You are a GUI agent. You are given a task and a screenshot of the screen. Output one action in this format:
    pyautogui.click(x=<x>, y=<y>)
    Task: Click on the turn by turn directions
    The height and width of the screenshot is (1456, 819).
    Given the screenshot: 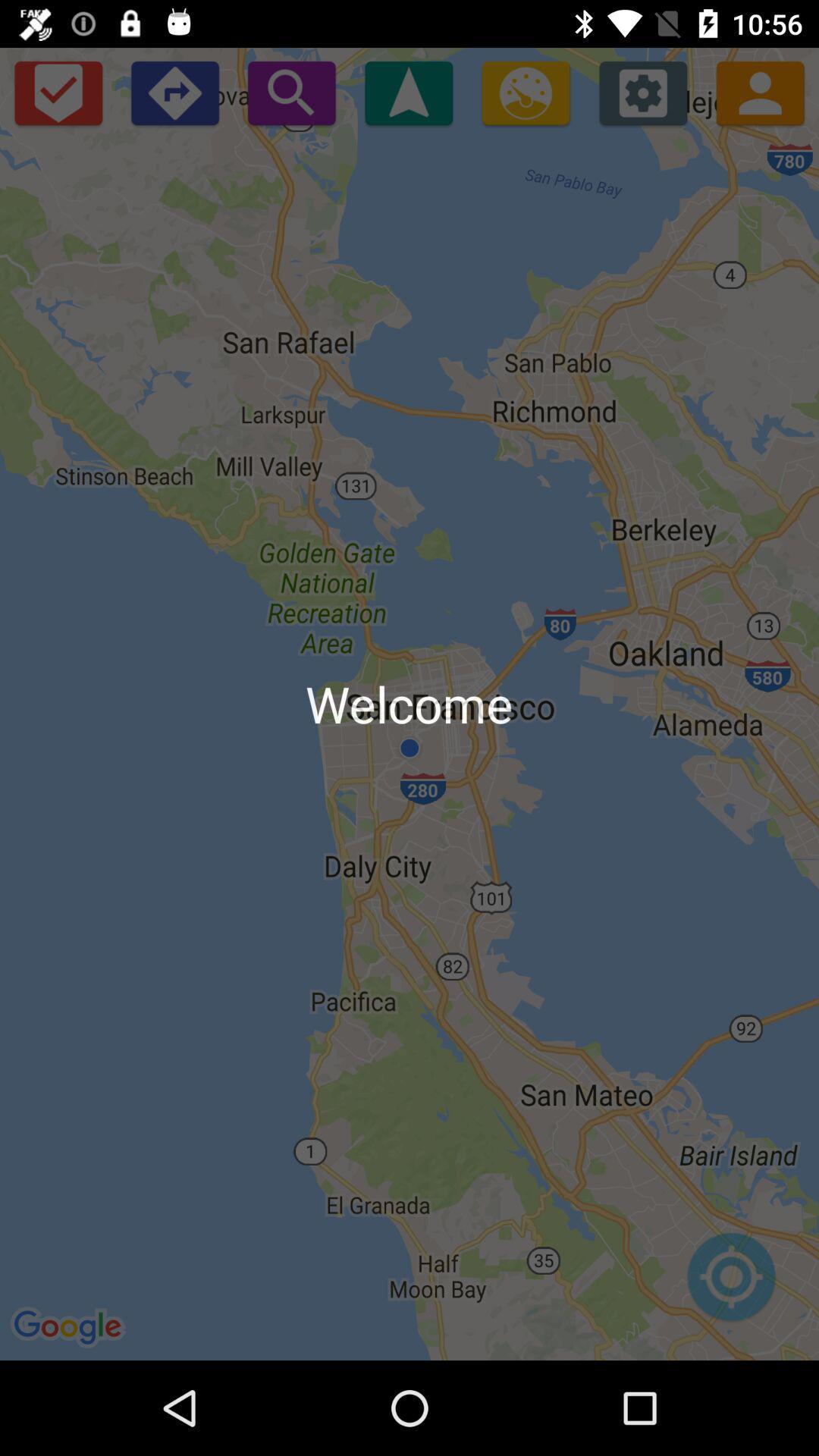 What is the action you would take?
    pyautogui.click(x=174, y=92)
    